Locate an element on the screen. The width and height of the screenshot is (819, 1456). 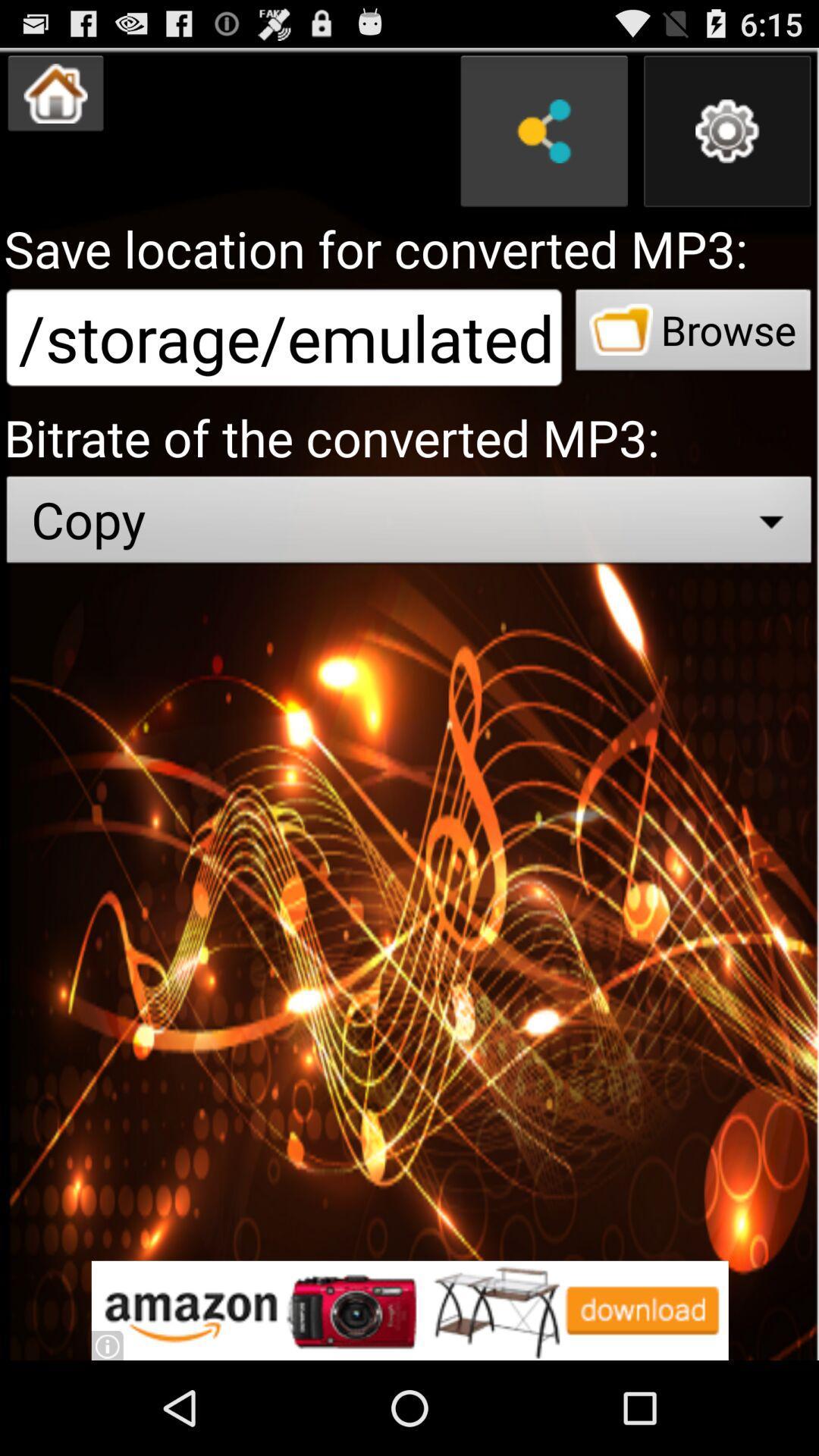
shows the home option is located at coordinates (55, 93).